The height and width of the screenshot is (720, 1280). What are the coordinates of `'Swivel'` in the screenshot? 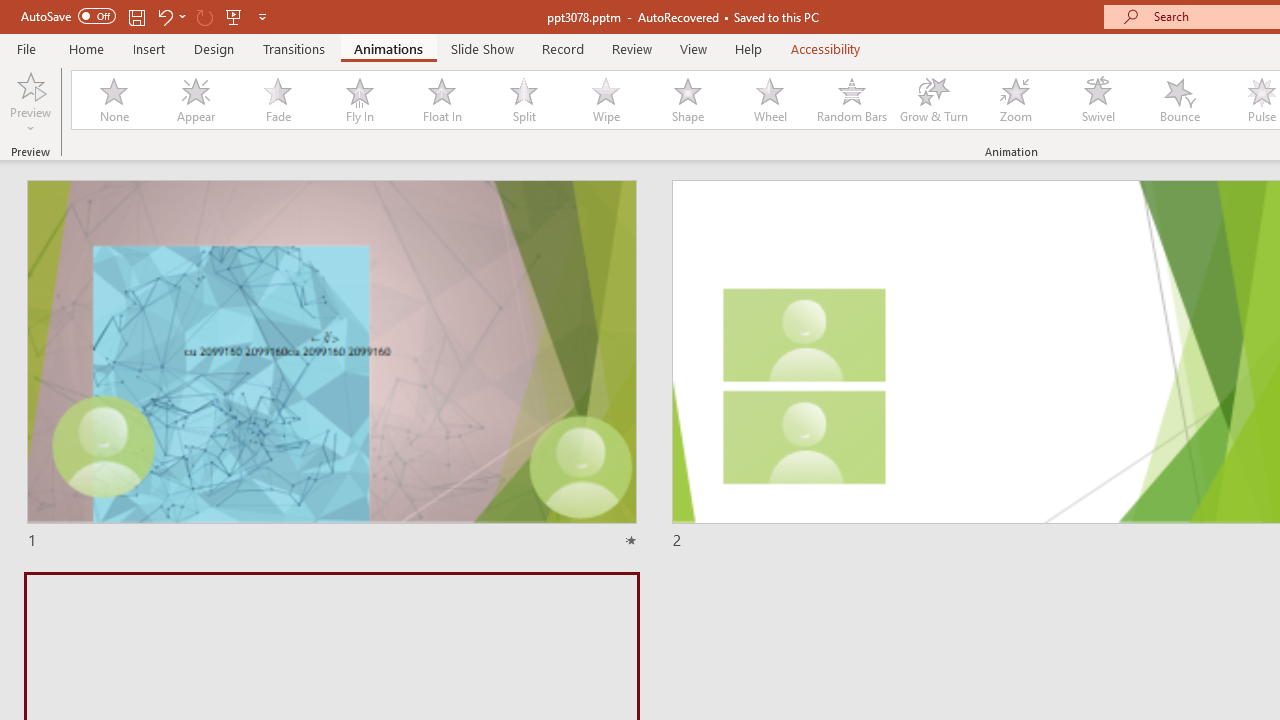 It's located at (1097, 100).